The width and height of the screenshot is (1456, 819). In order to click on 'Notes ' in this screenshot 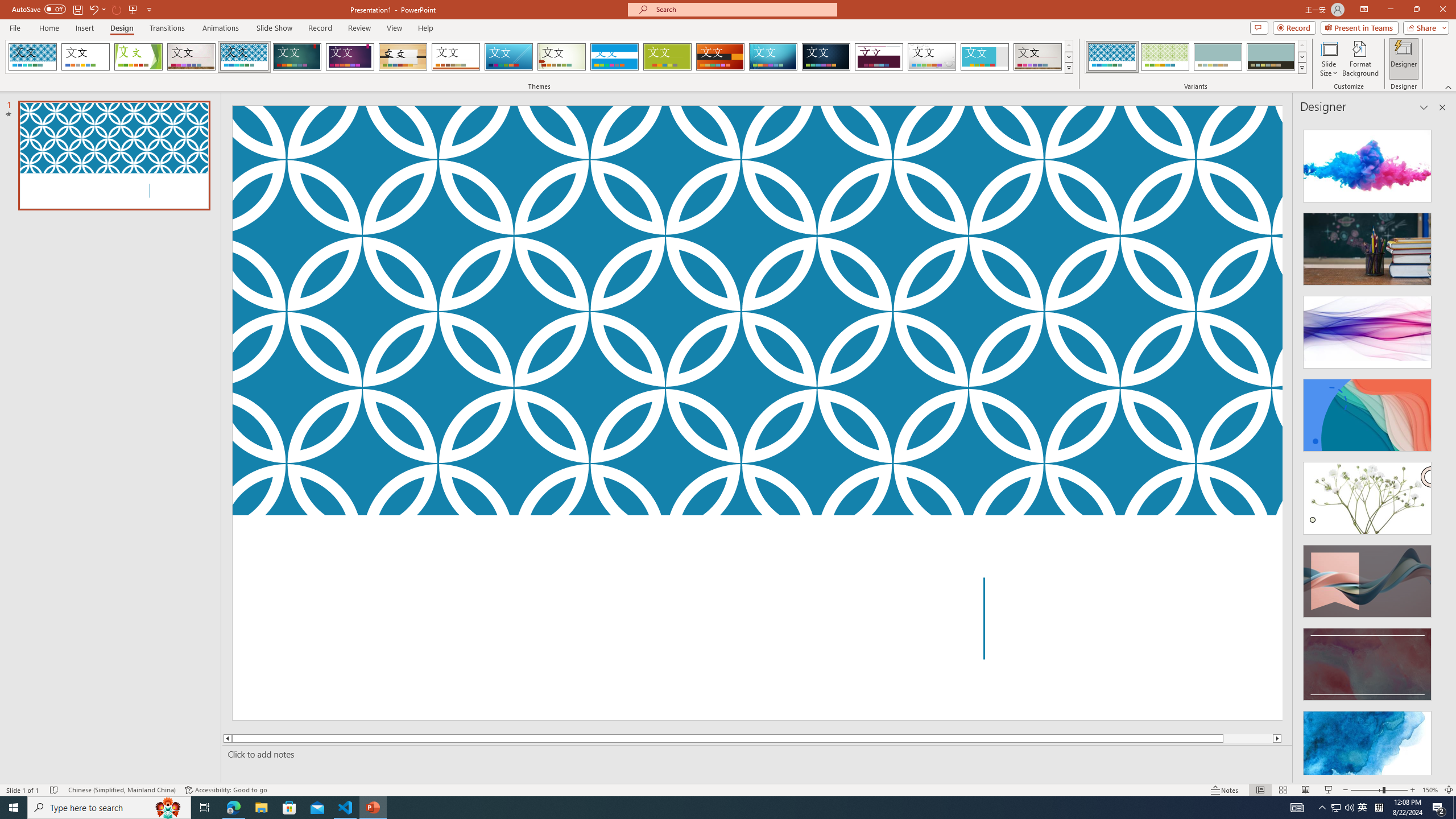, I will do `click(1225, 790)`.